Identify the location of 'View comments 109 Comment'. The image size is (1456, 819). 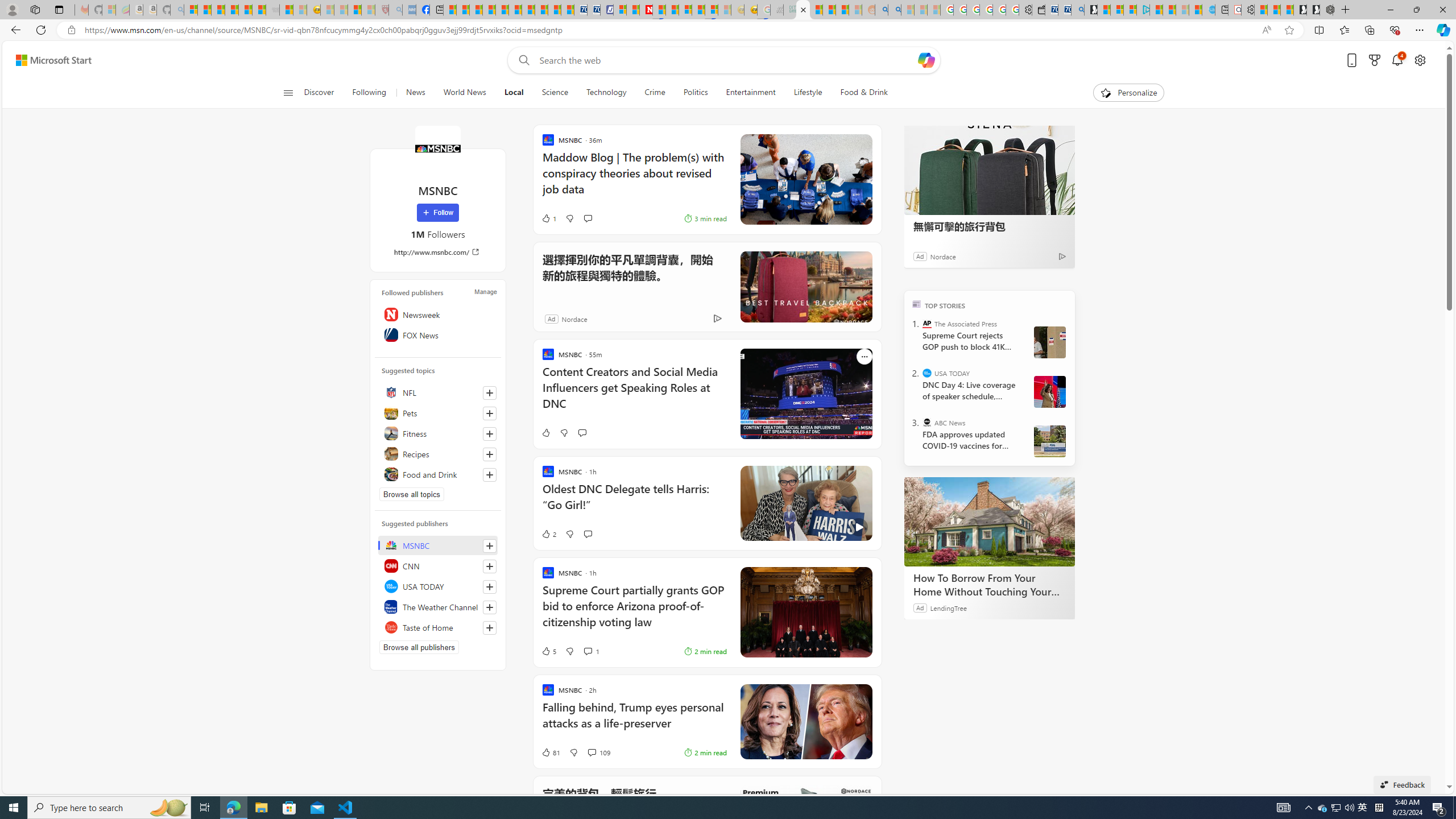
(591, 751).